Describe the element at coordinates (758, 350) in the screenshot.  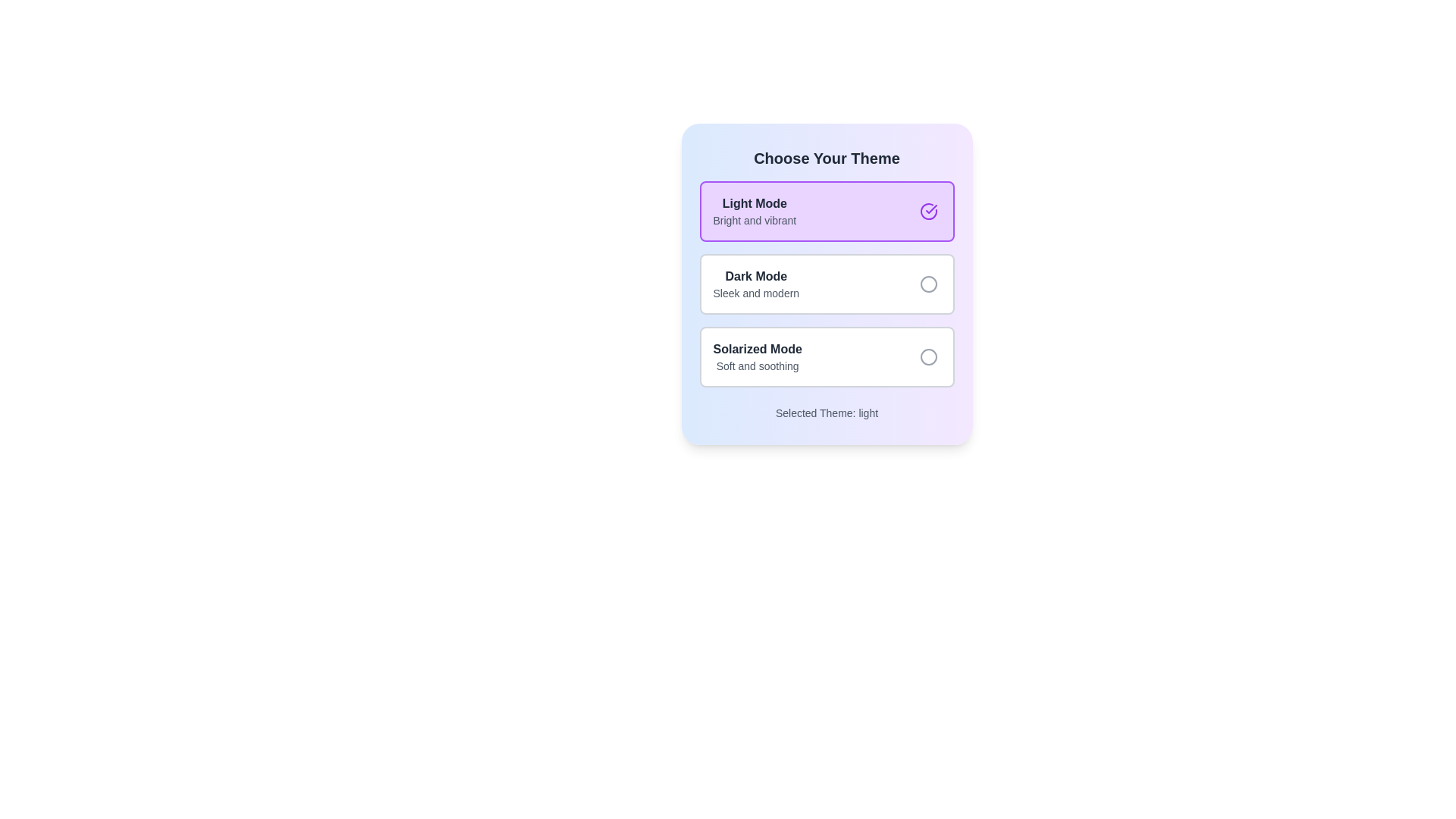
I see `the 'Solarized Mode' text label that identifies its function above the descriptive text 'Soft and soothing'` at that location.